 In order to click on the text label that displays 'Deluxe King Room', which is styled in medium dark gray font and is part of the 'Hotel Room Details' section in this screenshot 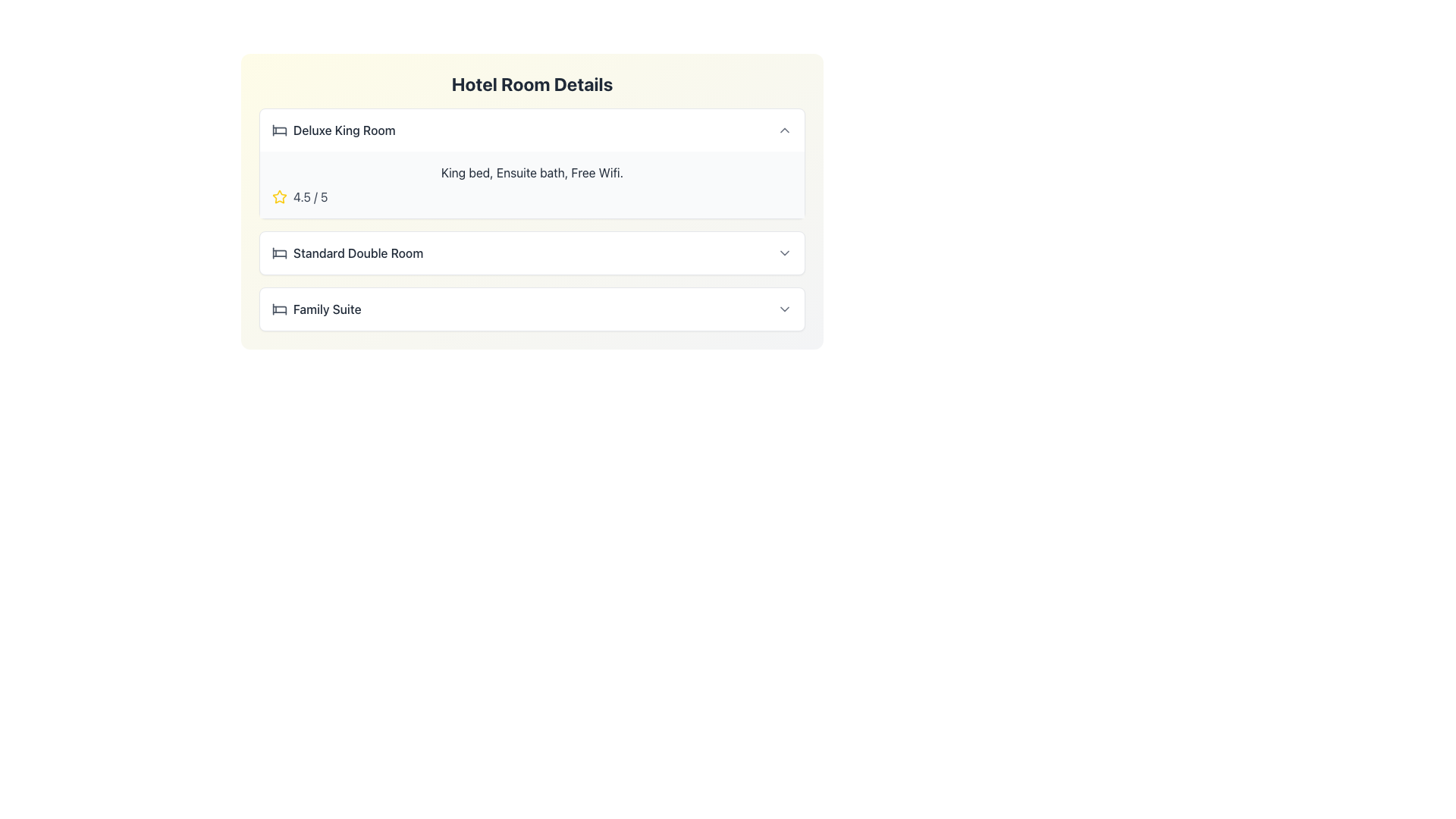, I will do `click(333, 130)`.